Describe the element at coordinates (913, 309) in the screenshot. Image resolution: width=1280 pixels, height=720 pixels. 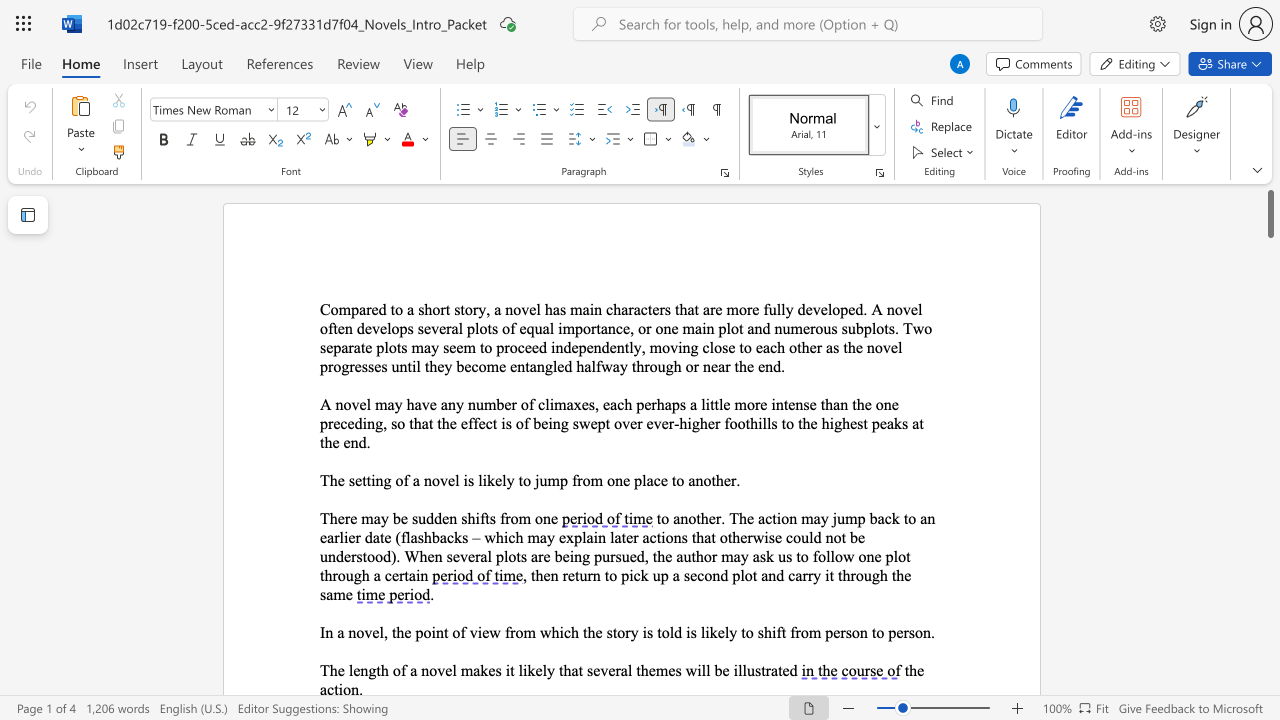
I see `the 9th character "e" in the text` at that location.